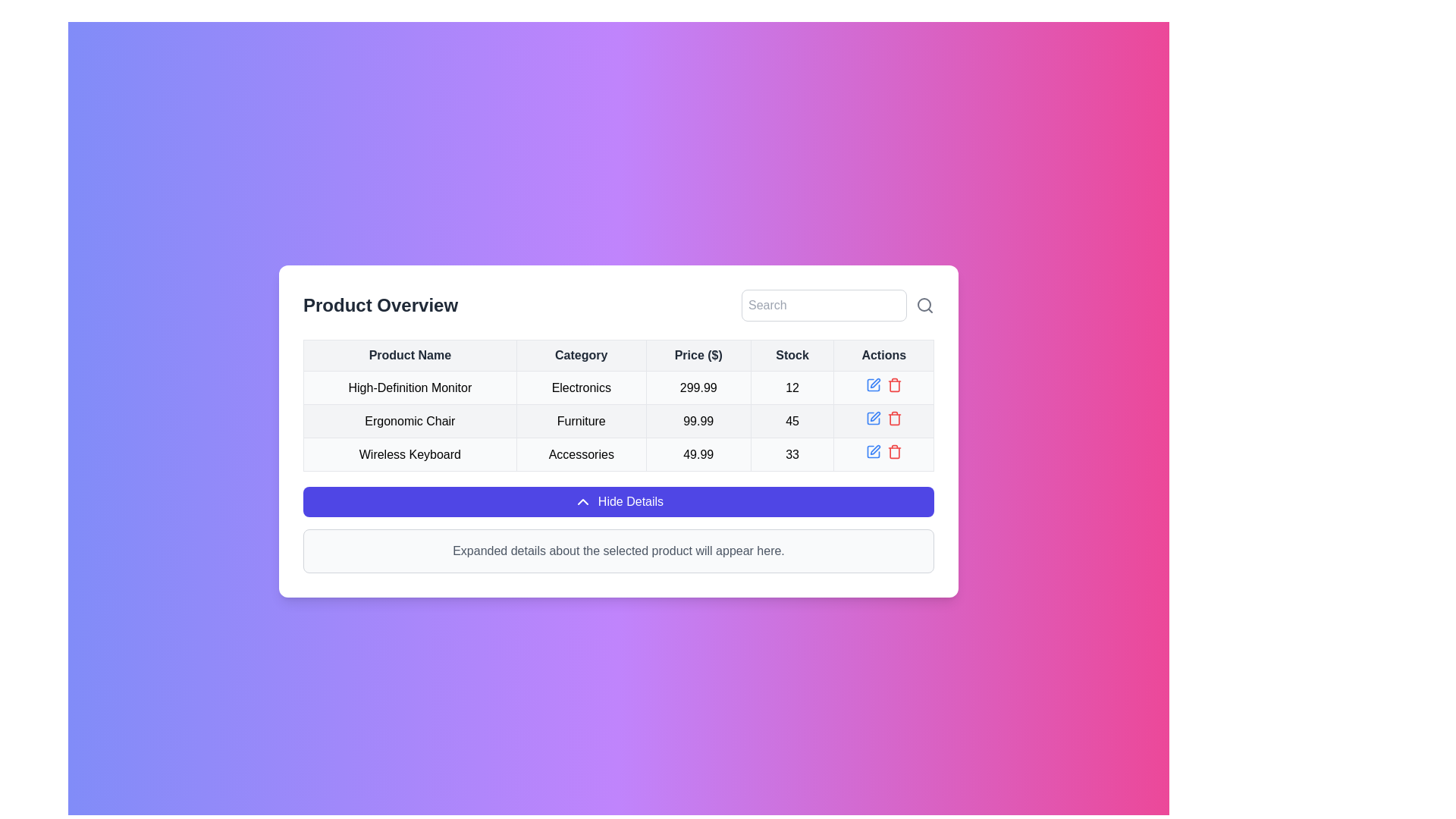 This screenshot has width=1456, height=819. Describe the element at coordinates (894, 451) in the screenshot. I see `the trash bin icon button in the 'Actions' column corresponding to the 'Wireless Keyboard' product entry to trigger the color change effect` at that location.